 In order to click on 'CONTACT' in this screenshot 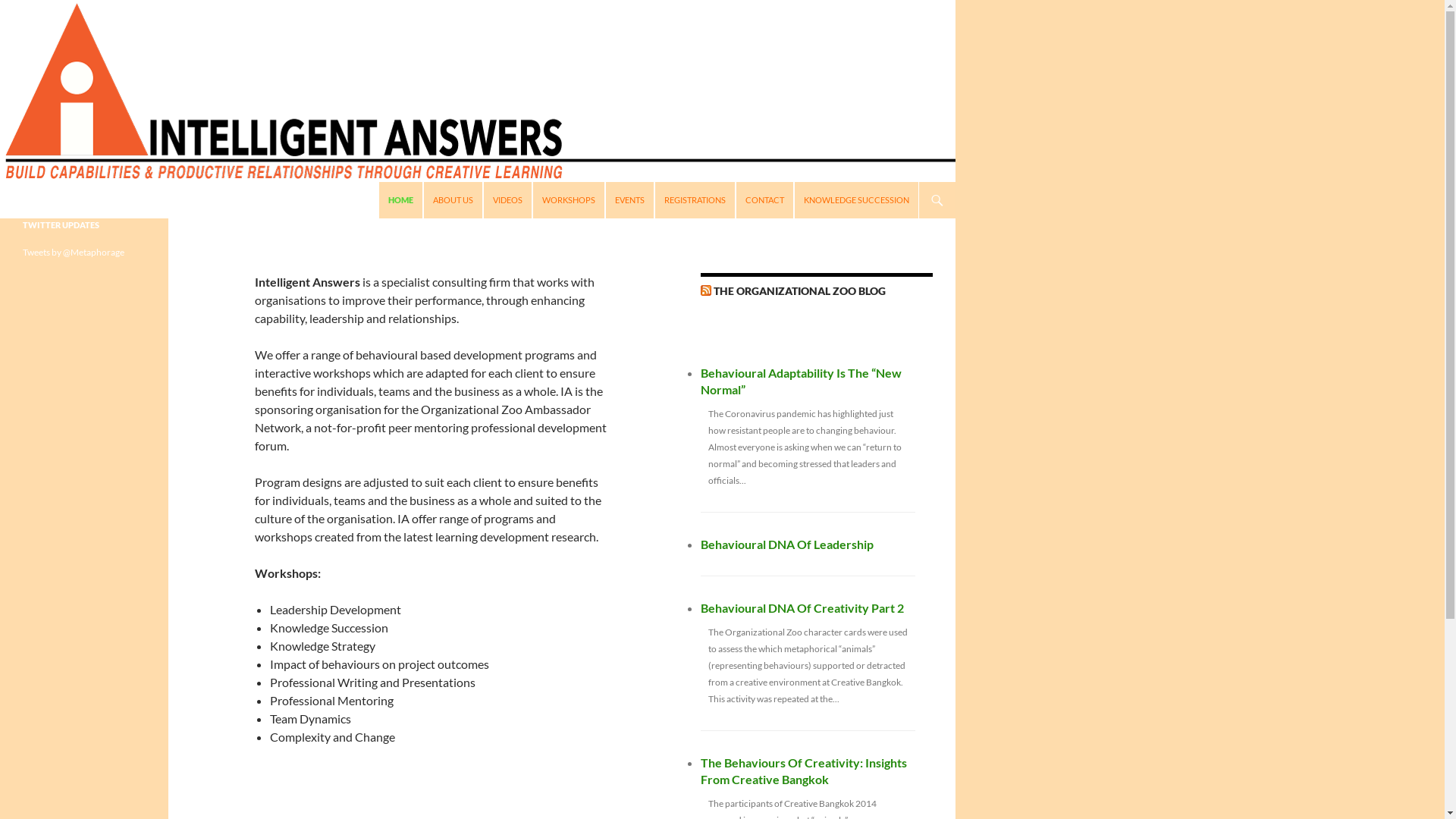, I will do `click(736, 199)`.